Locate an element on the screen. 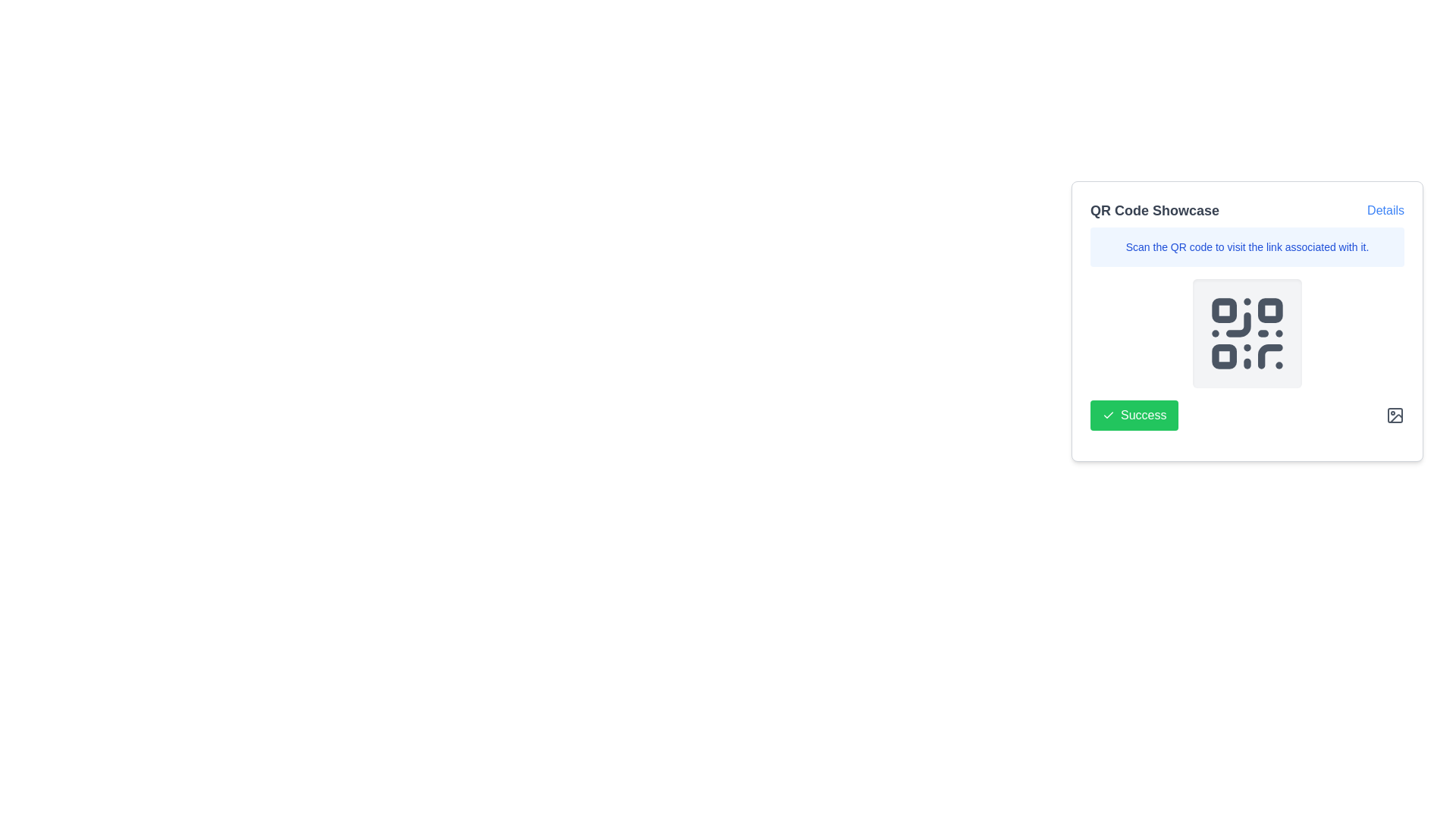 This screenshot has width=1456, height=819. the curved line in the bottom left quadrant of the QR code icon, which contributes to its visual representation is located at coordinates (1238, 324).